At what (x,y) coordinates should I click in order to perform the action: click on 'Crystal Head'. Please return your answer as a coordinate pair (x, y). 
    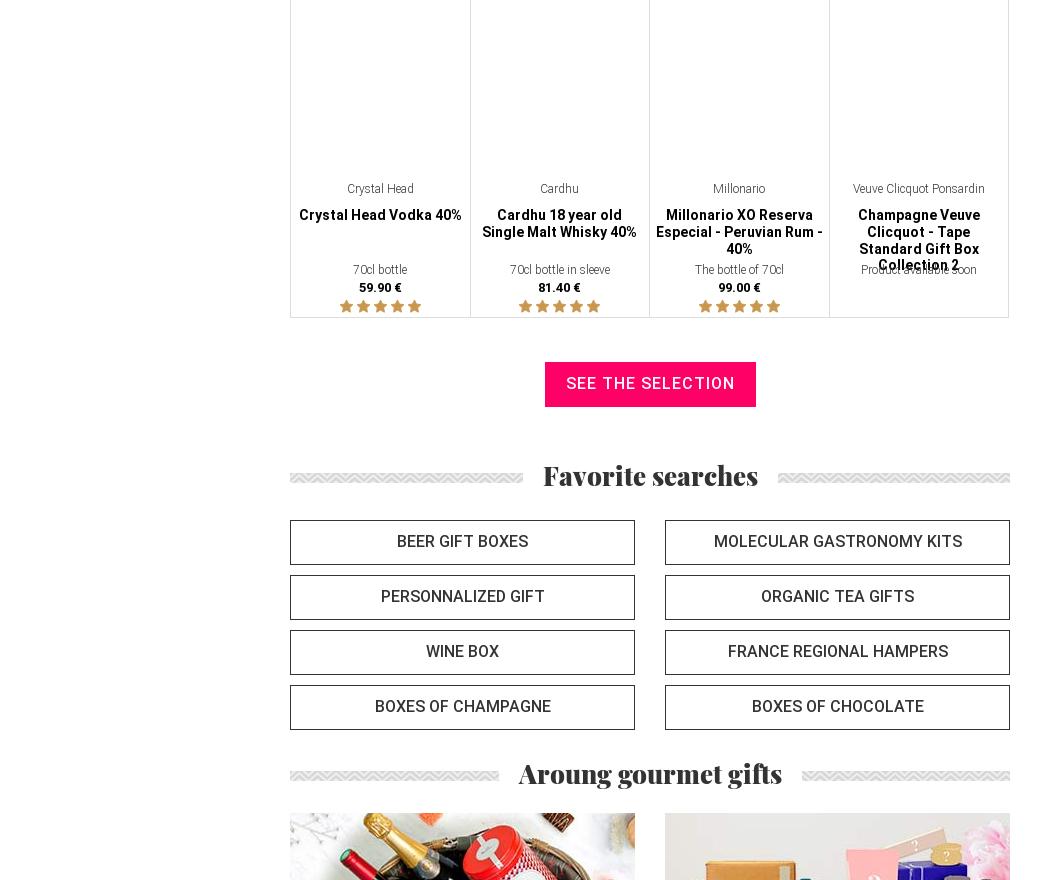
    Looking at the image, I should click on (344, 187).